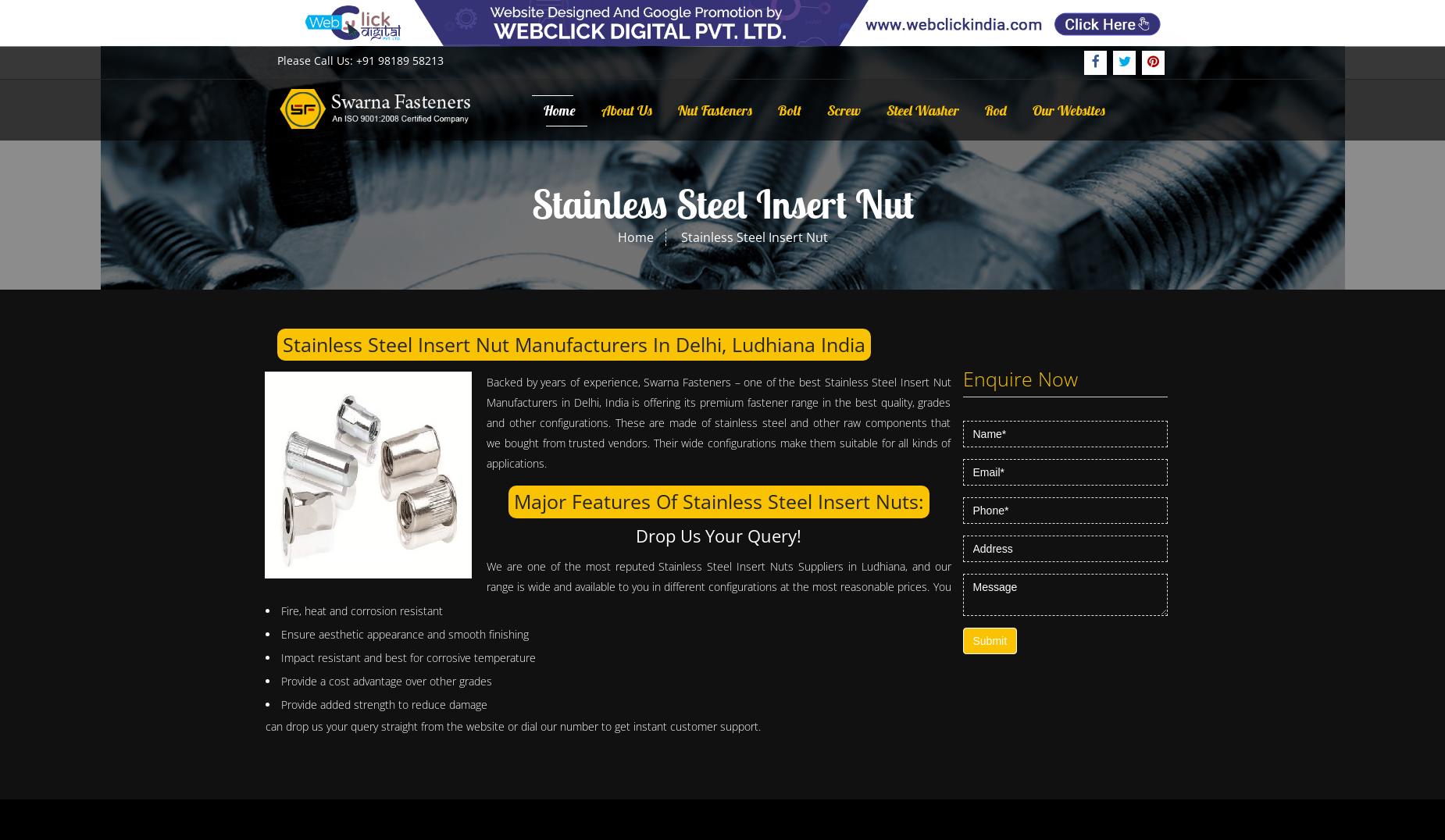 The width and height of the screenshot is (1445, 840). Describe the element at coordinates (1019, 377) in the screenshot. I see `'Enquire Now'` at that location.